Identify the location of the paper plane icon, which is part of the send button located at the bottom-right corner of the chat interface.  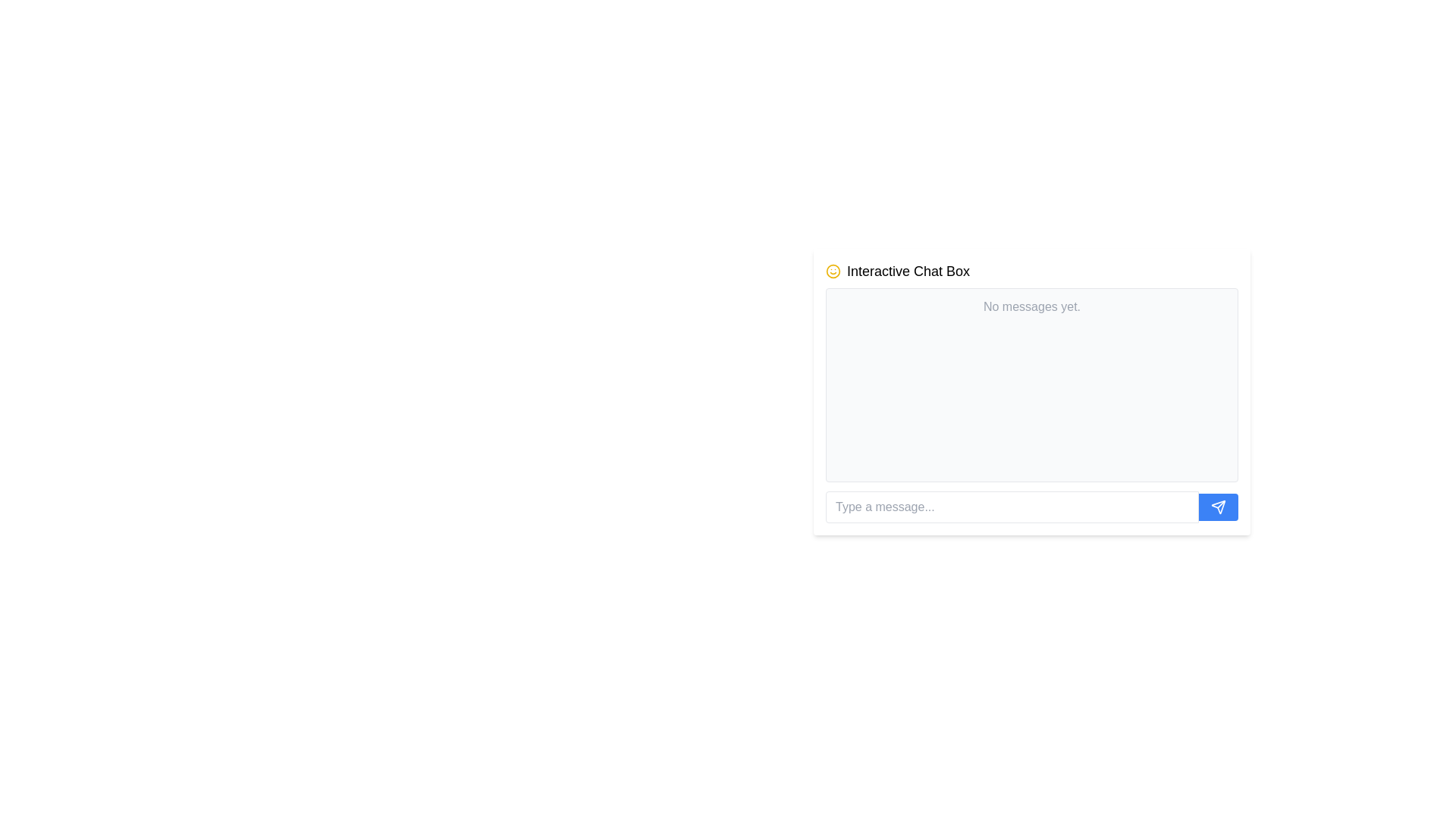
(1219, 507).